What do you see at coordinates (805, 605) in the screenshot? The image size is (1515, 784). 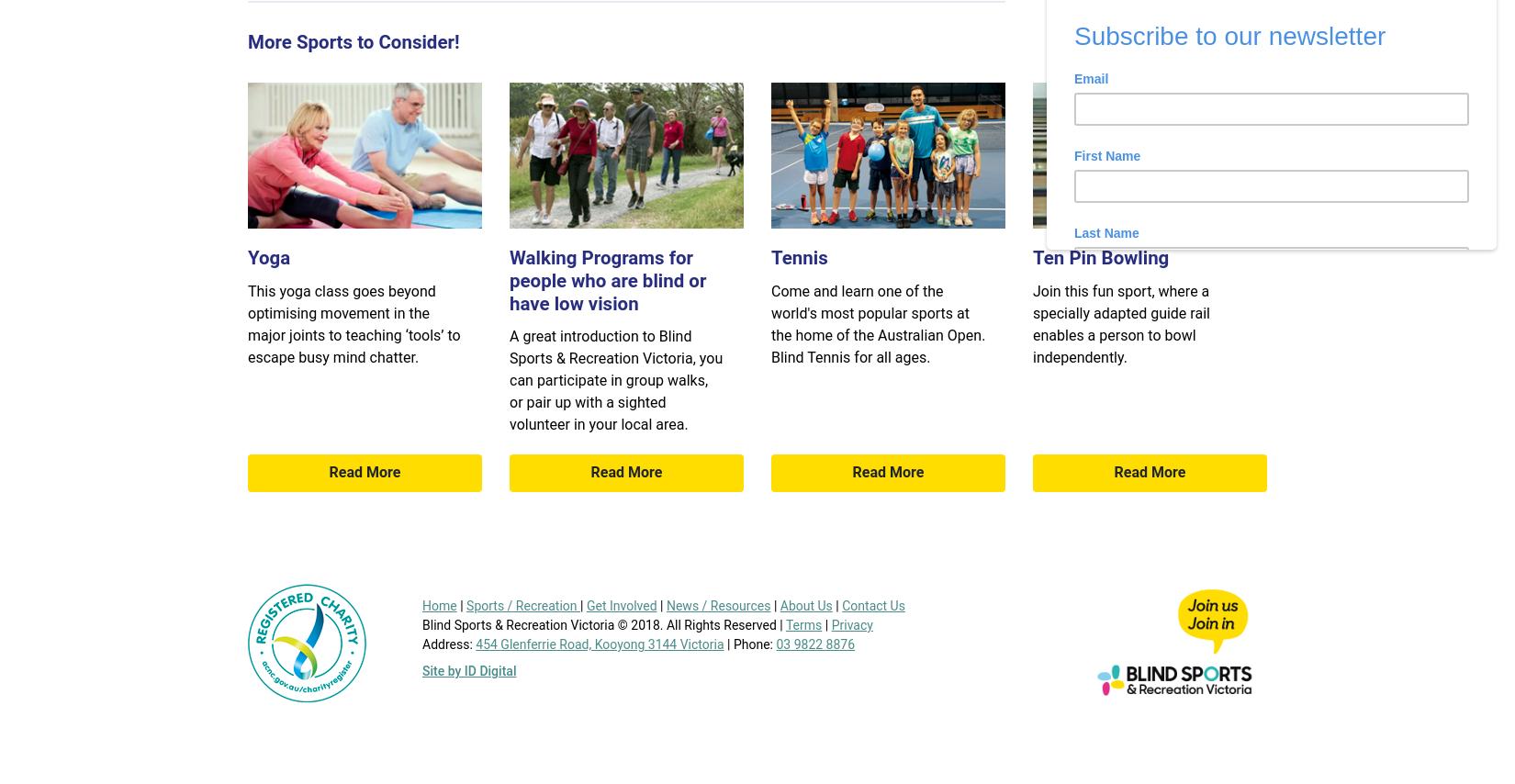 I see `'About Us'` at bounding box center [805, 605].